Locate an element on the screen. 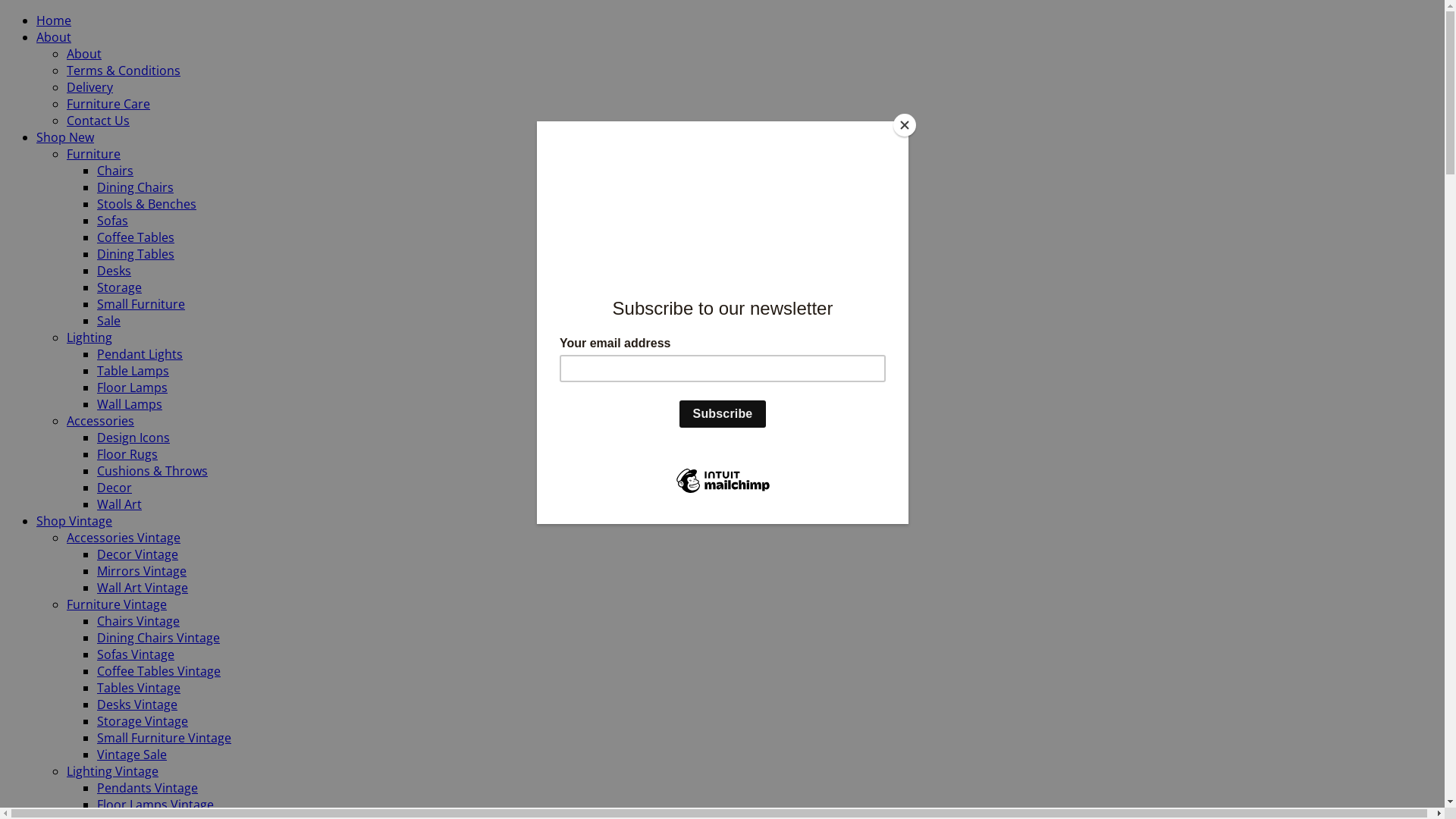  'Home' is located at coordinates (54, 20).